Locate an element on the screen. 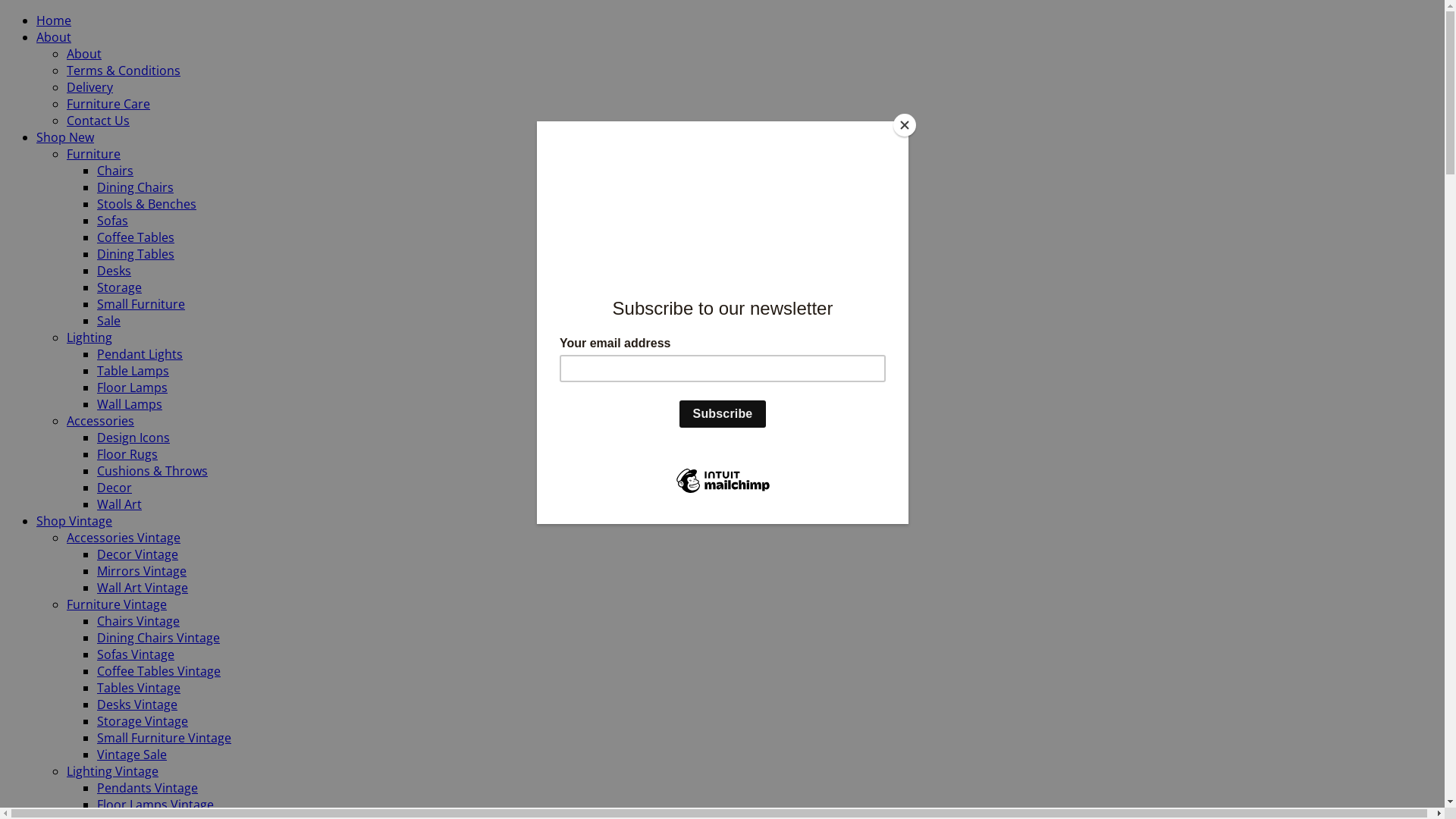  'Home' is located at coordinates (54, 20).